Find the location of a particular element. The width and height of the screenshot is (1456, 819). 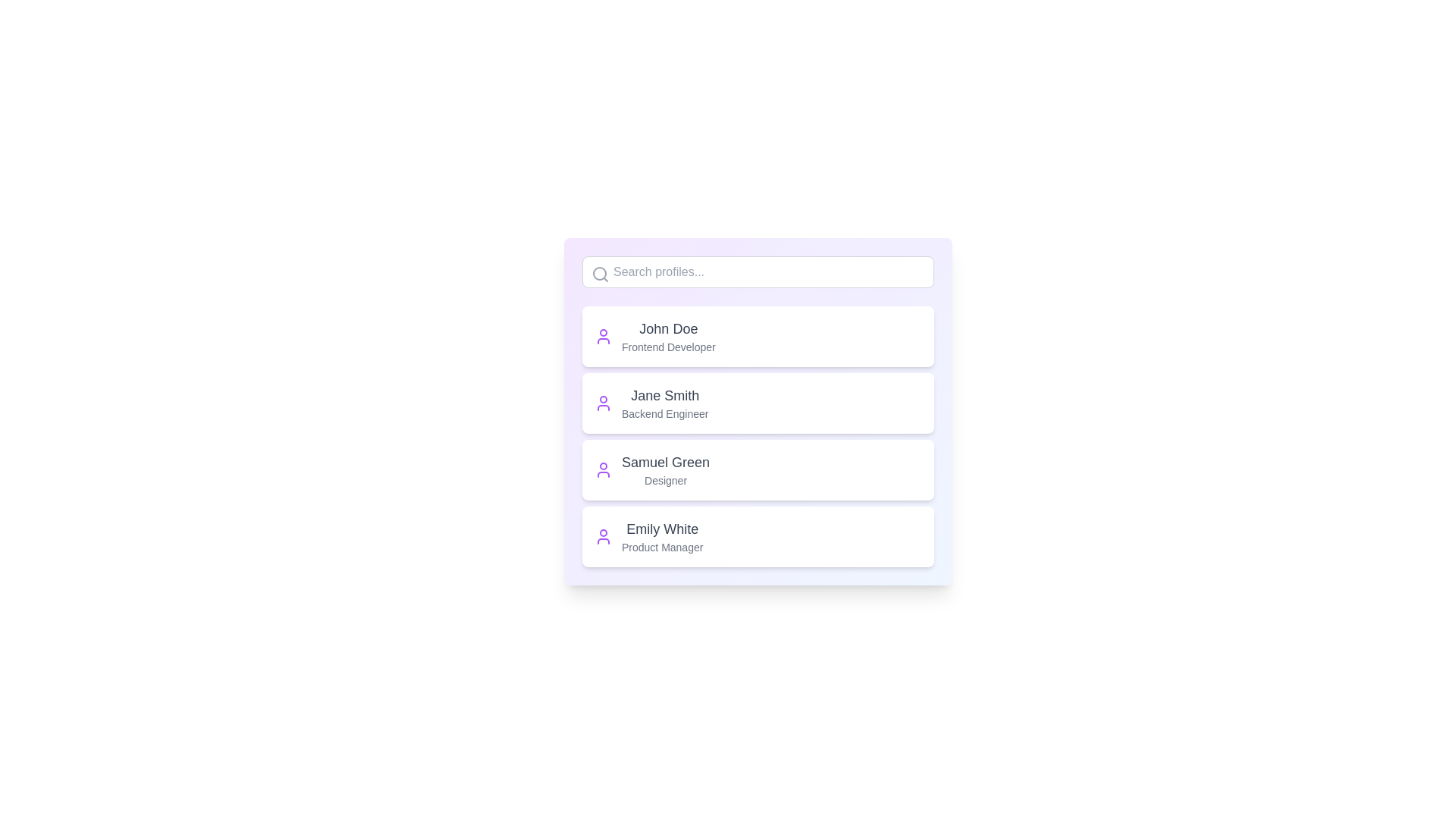

the text block displaying 'Emily White' and 'Product Manager', located in the fourth card down in the list of profiles, to the right of the purple user icon is located at coordinates (662, 536).